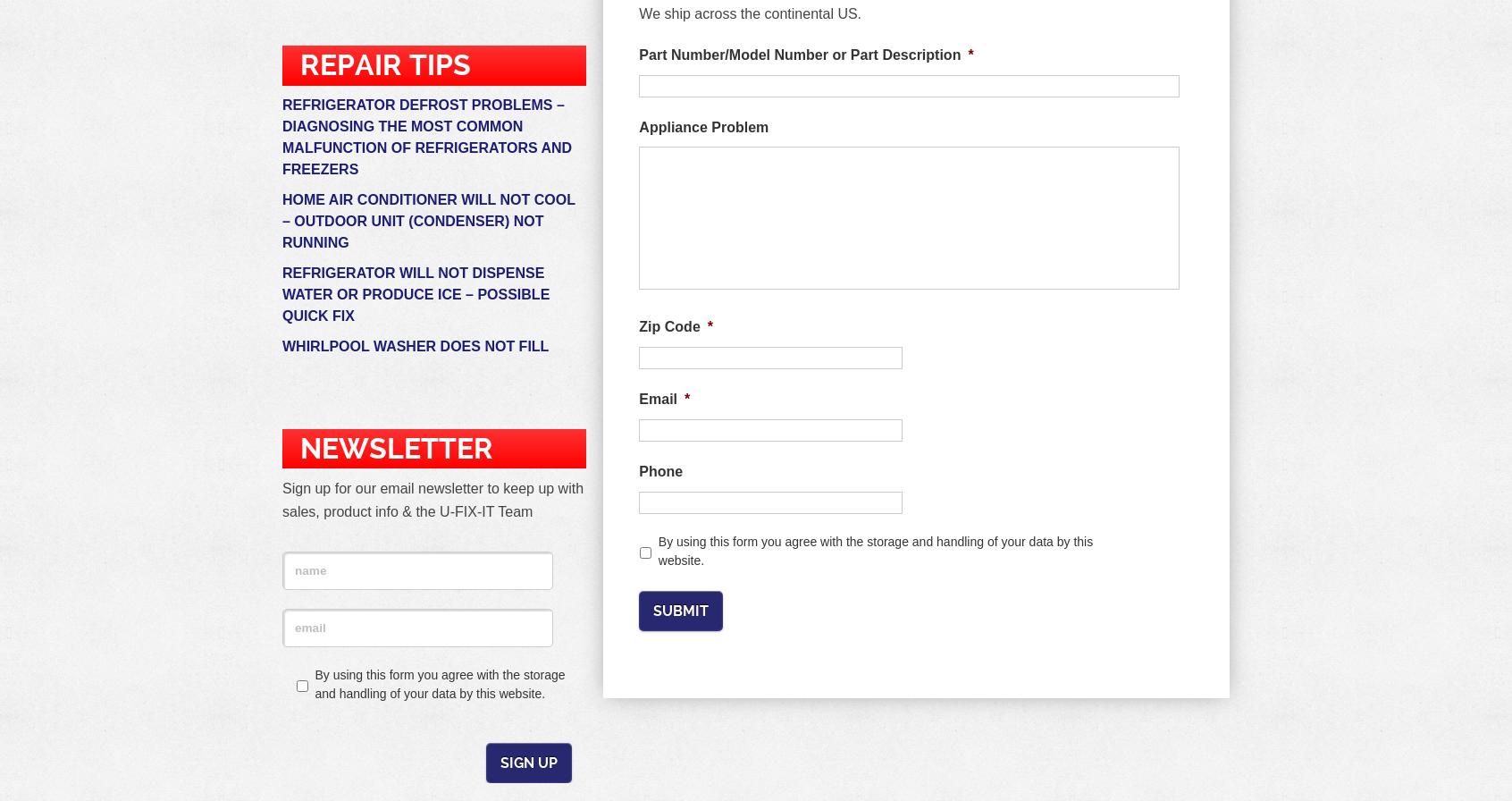 The image size is (1512, 801). Describe the element at coordinates (750, 13) in the screenshot. I see `'We ship across the continental US.'` at that location.